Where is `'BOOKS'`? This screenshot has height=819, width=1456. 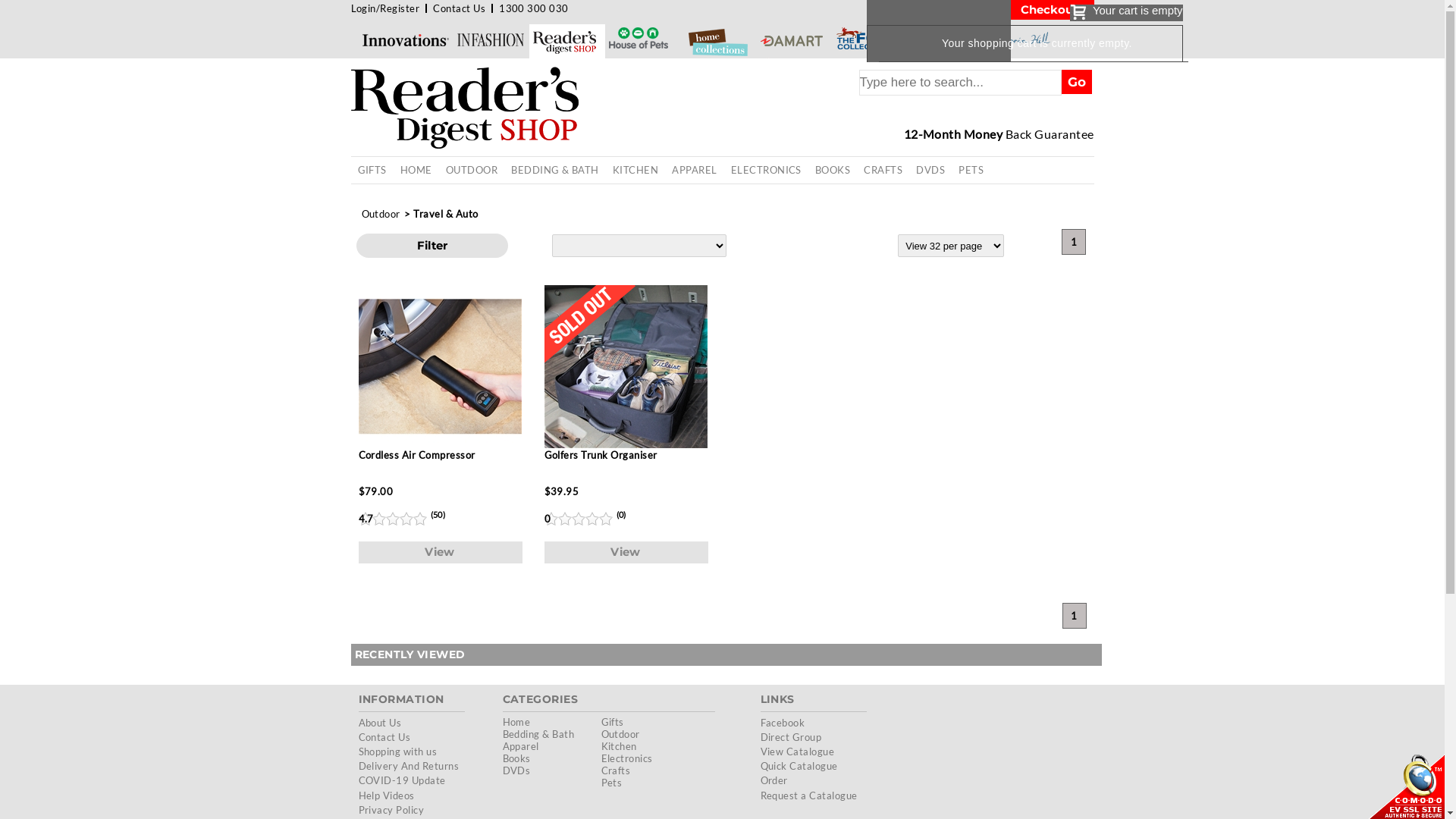
'BOOKS' is located at coordinates (832, 170).